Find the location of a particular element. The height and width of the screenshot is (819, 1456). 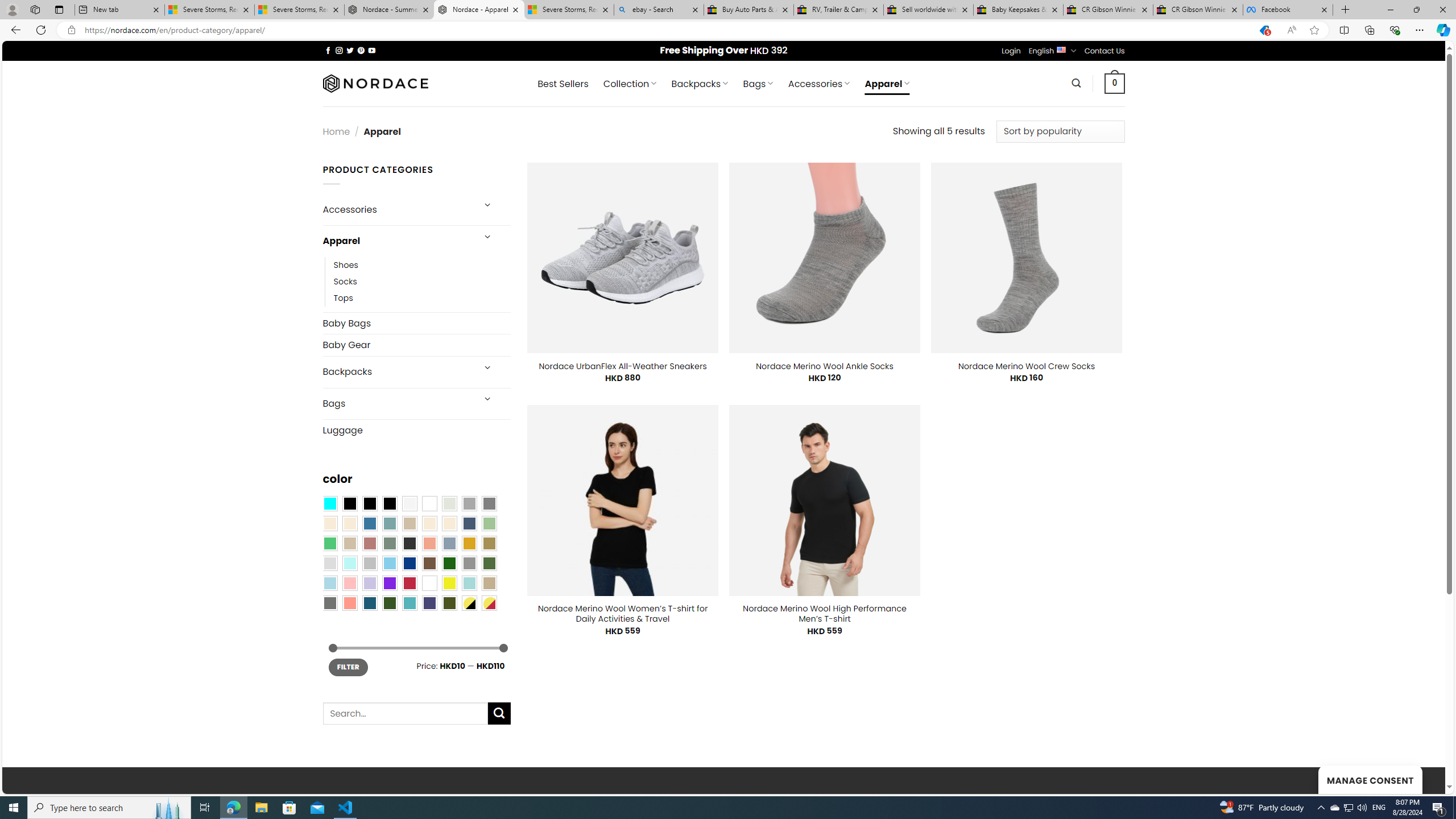

'Capri Blue' is located at coordinates (369, 602).